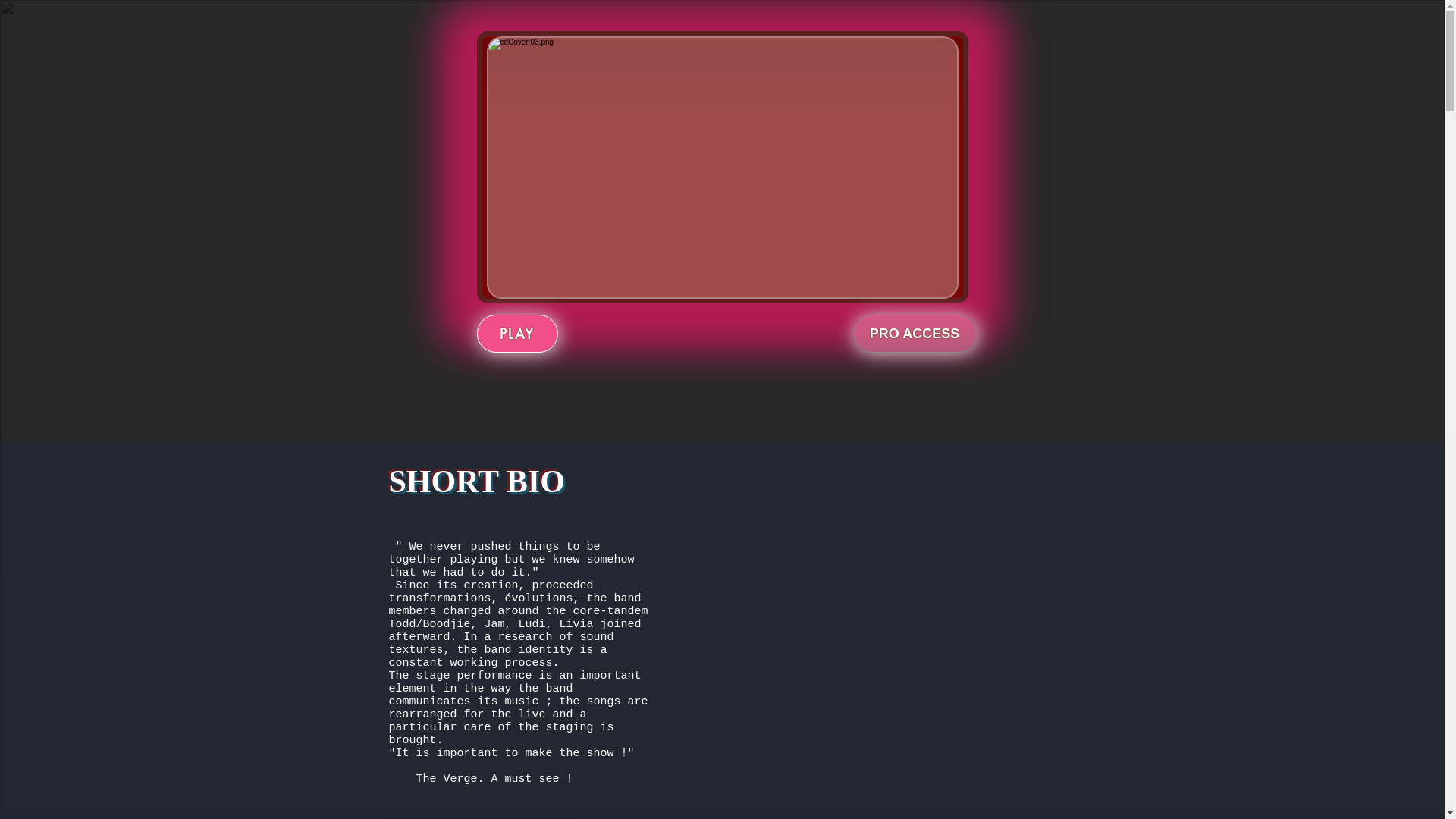 The image size is (1456, 819). What do you see at coordinates (516, 332) in the screenshot?
I see `'PLAY'` at bounding box center [516, 332].